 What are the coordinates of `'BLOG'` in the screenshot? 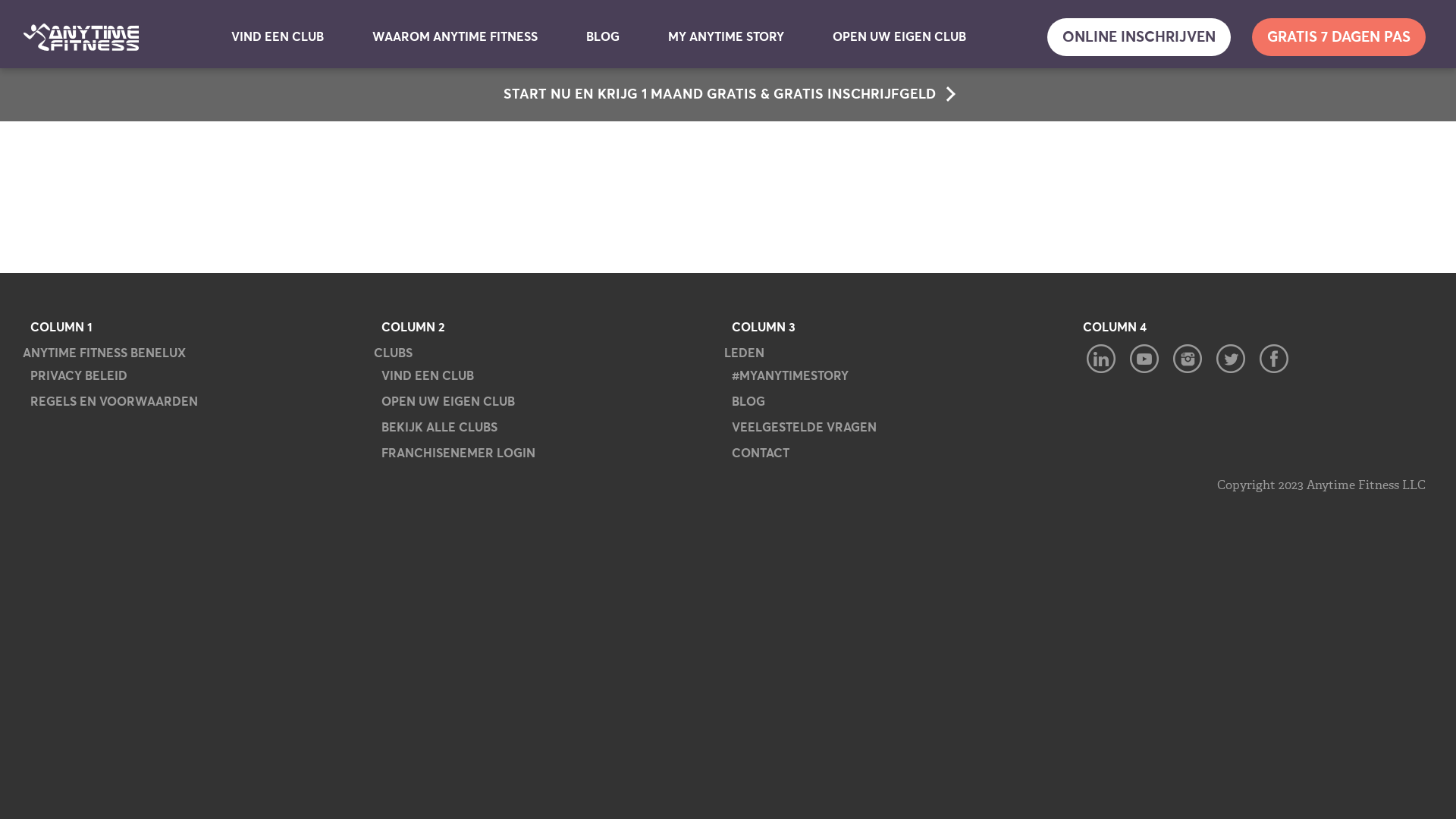 It's located at (563, 36).